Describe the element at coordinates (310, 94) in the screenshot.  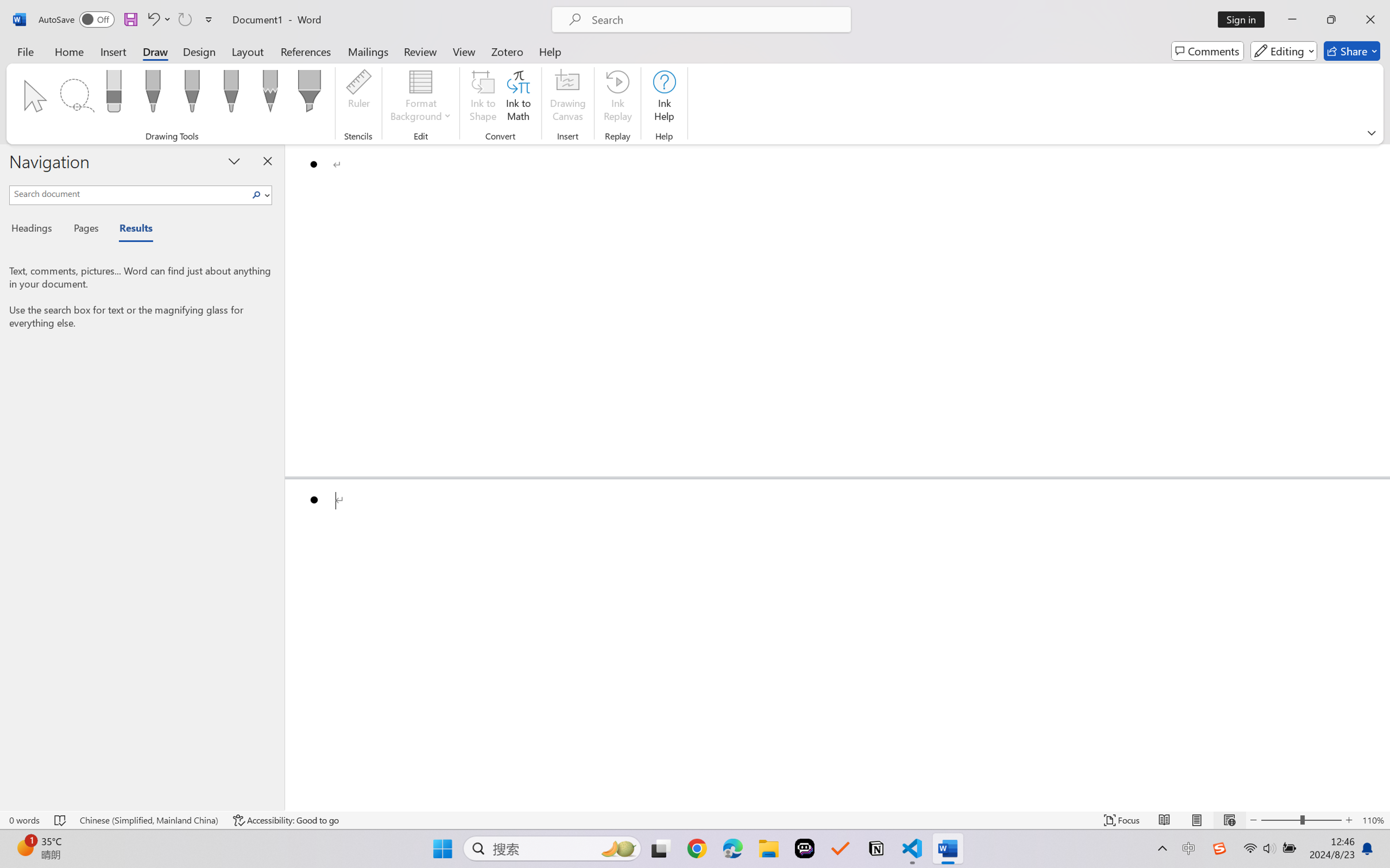
I see `'Highlighter: Yellow, 6 mm'` at that location.